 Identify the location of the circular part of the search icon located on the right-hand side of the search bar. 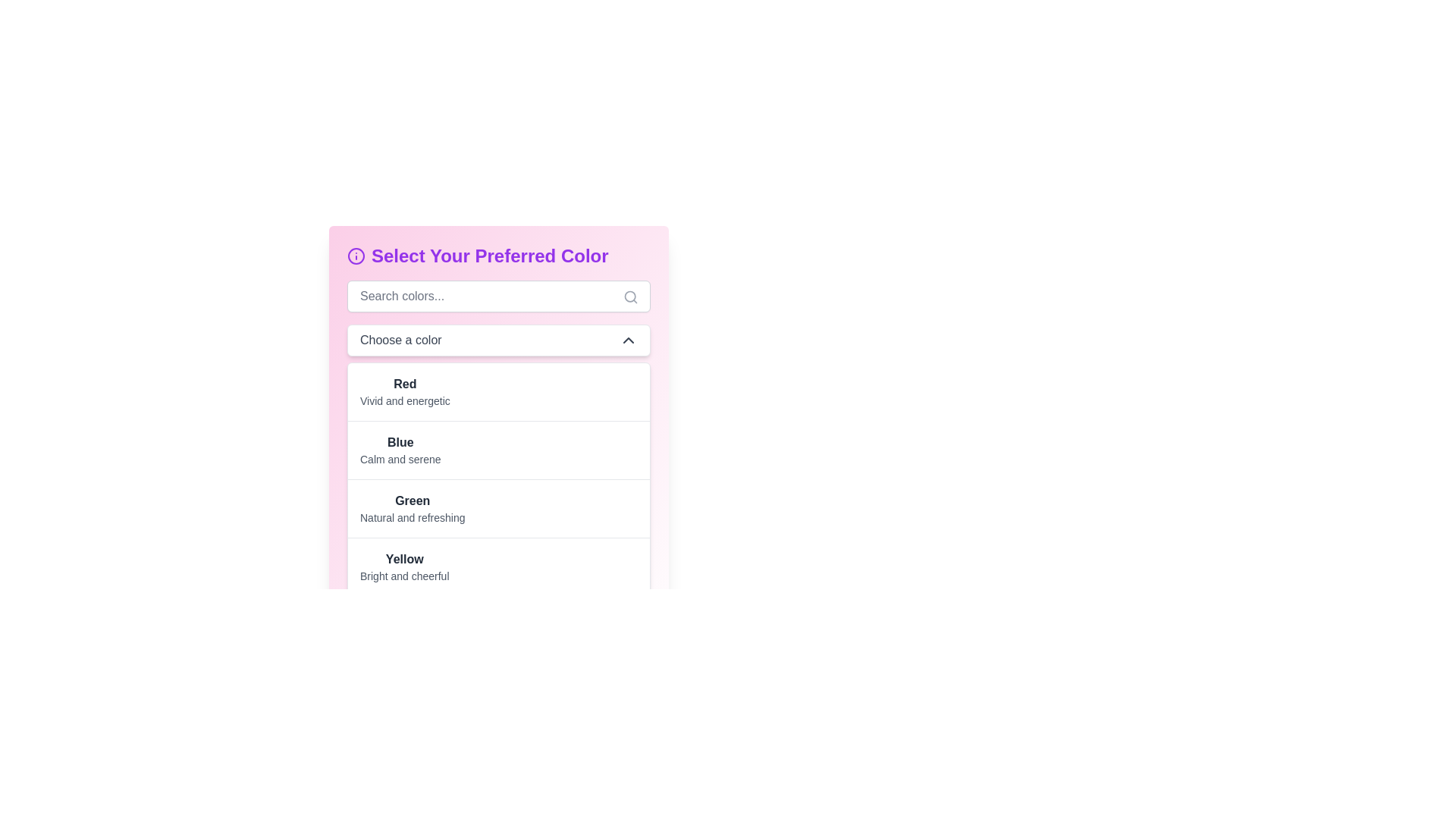
(630, 297).